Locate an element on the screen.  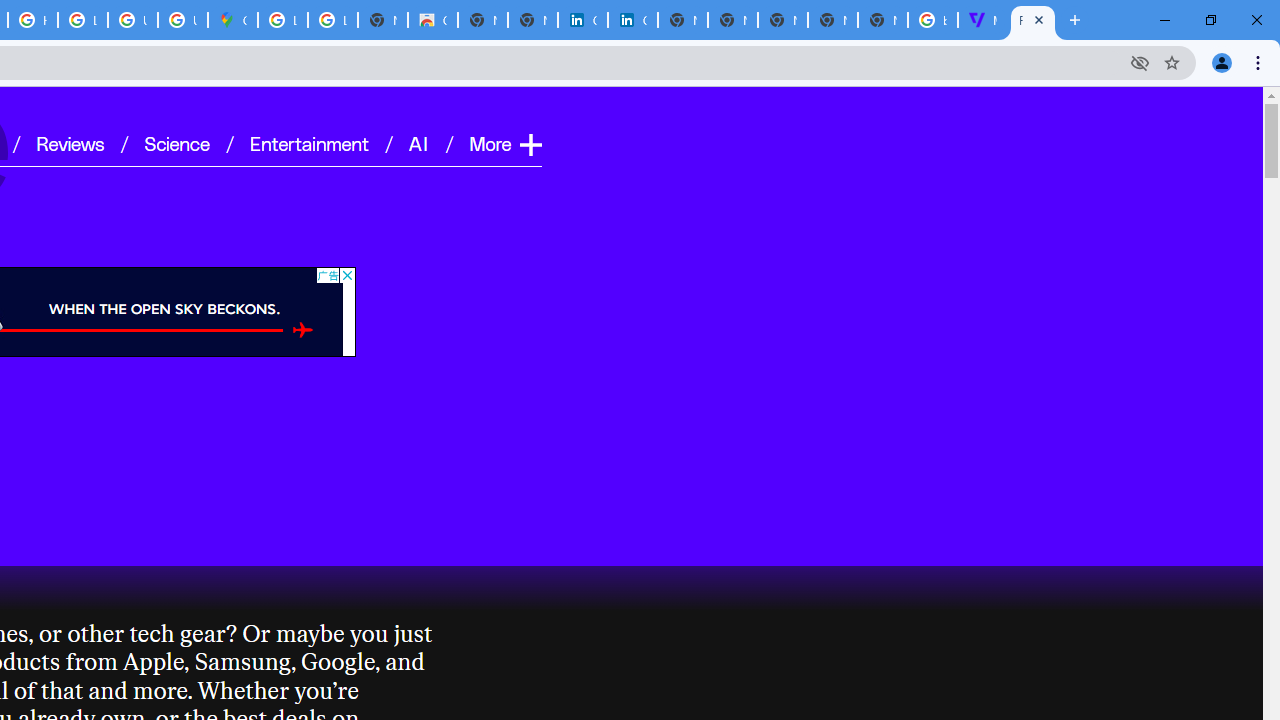
'Expand' is located at coordinates (529, 143).